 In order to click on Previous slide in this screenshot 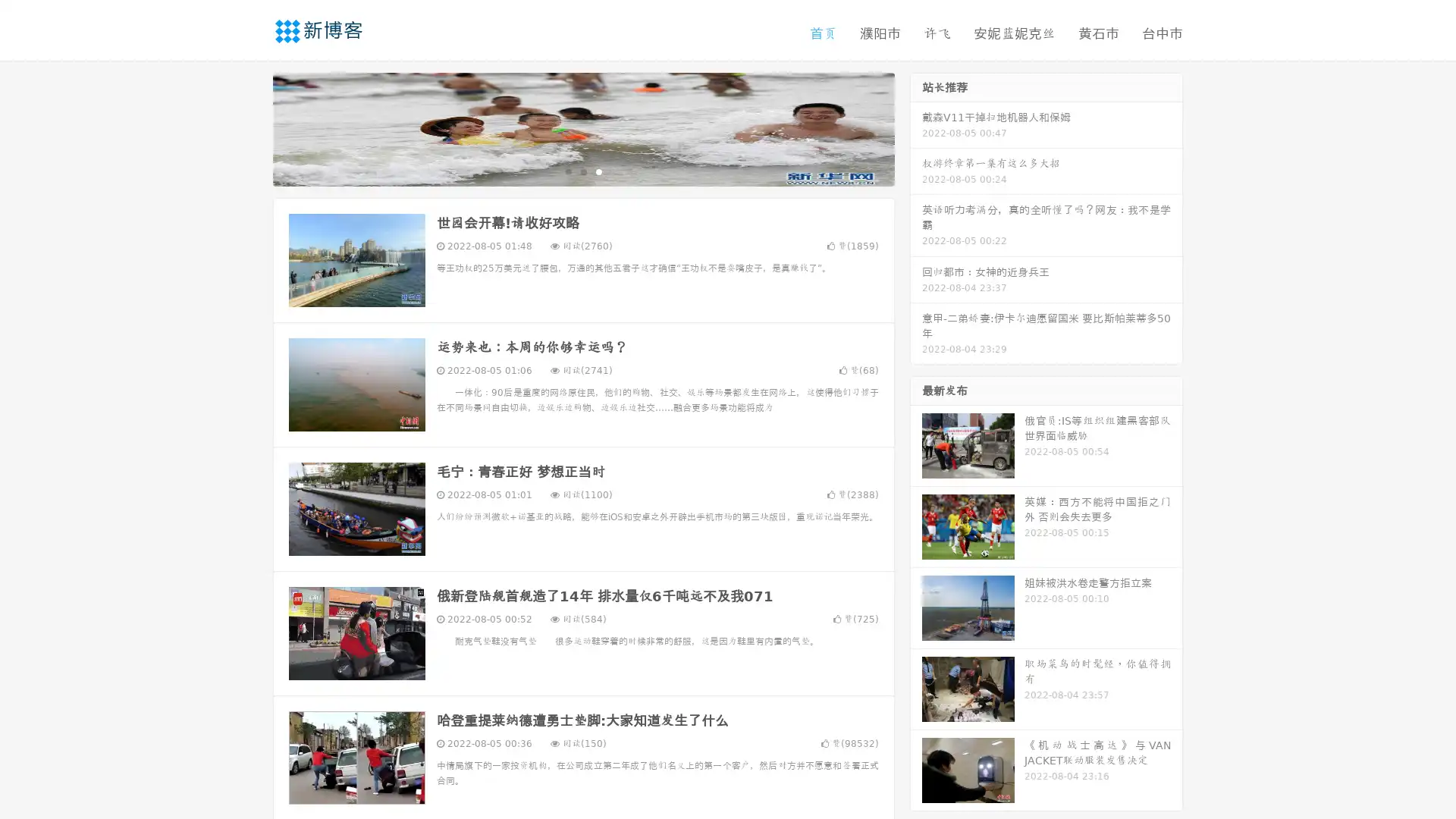, I will do `click(250, 127)`.